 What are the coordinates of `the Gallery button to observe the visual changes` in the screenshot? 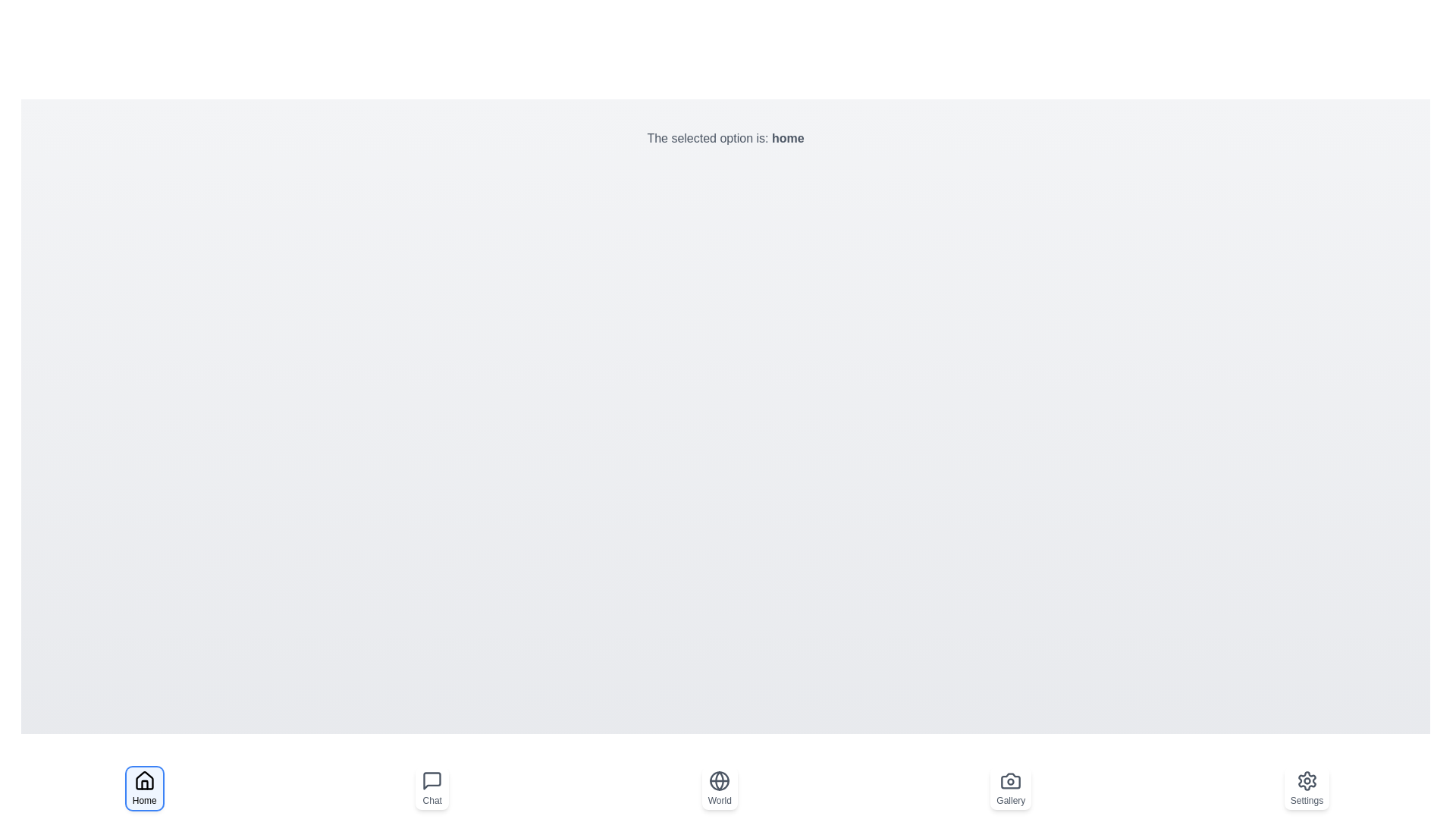 It's located at (1011, 788).